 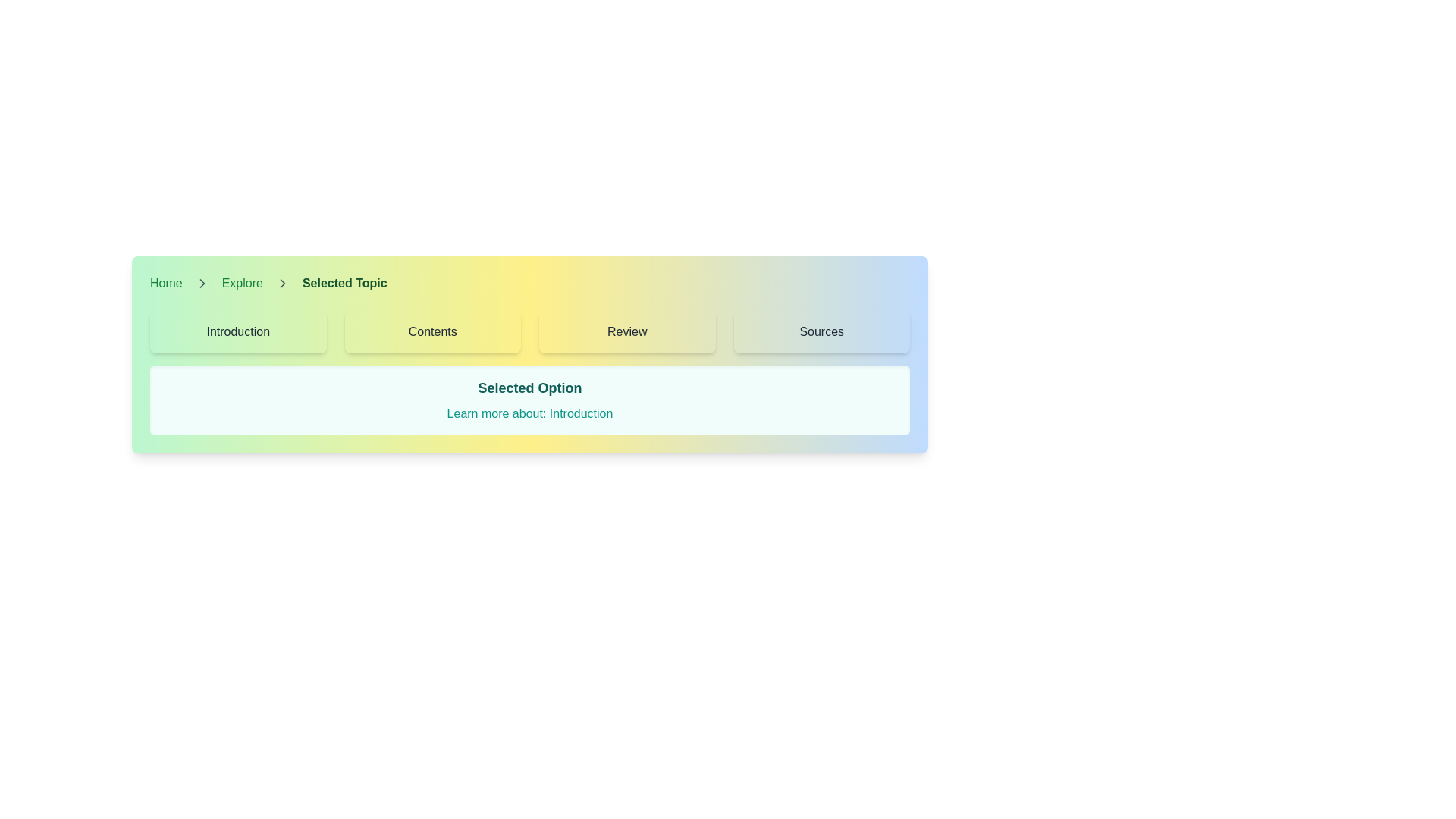 What do you see at coordinates (627, 331) in the screenshot?
I see `text content of the 'Review' label located in the horizontal navigation bar, positioned third among selectable options` at bounding box center [627, 331].